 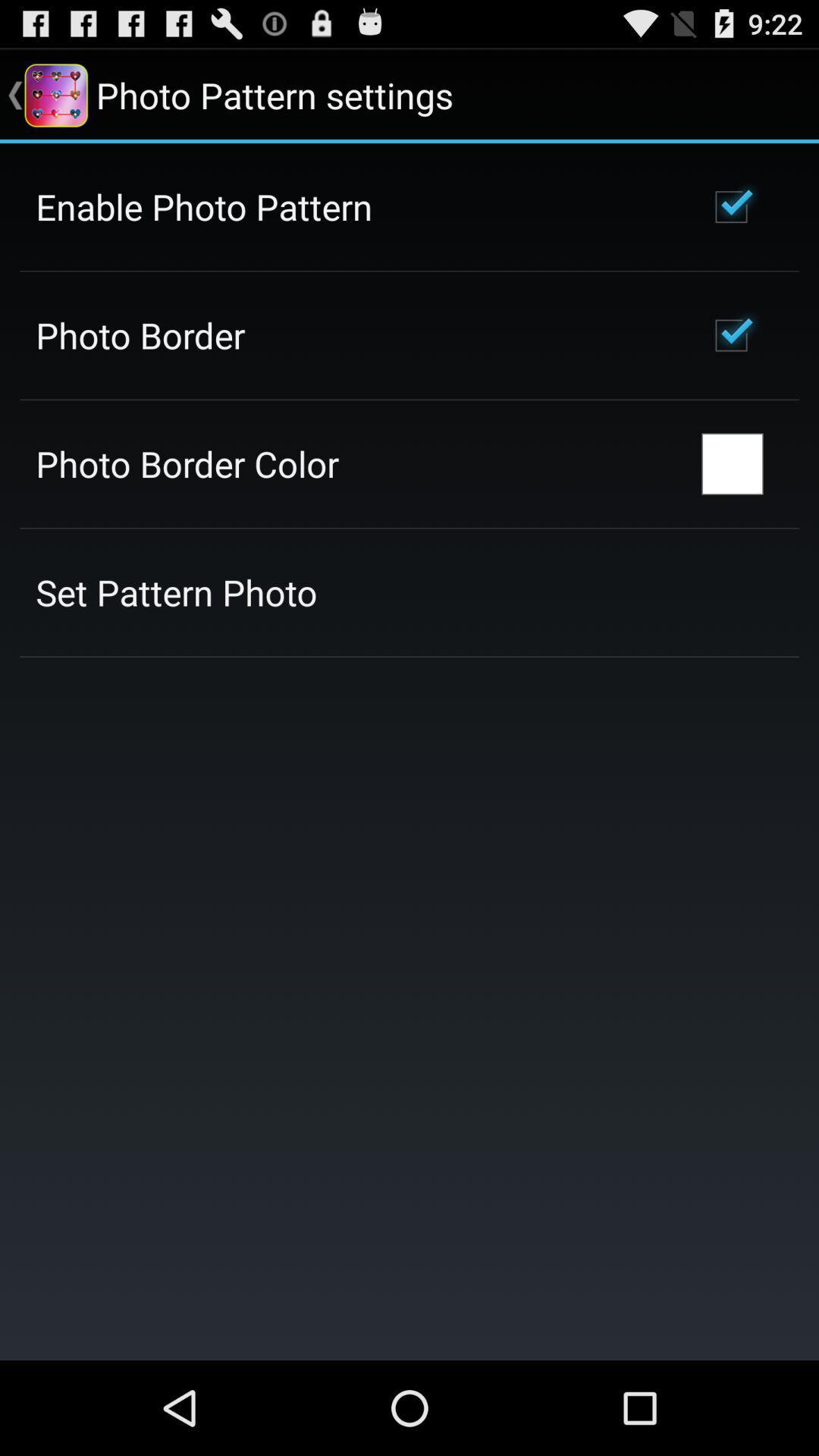 I want to click on the app next to photo border color icon, so click(x=731, y=463).